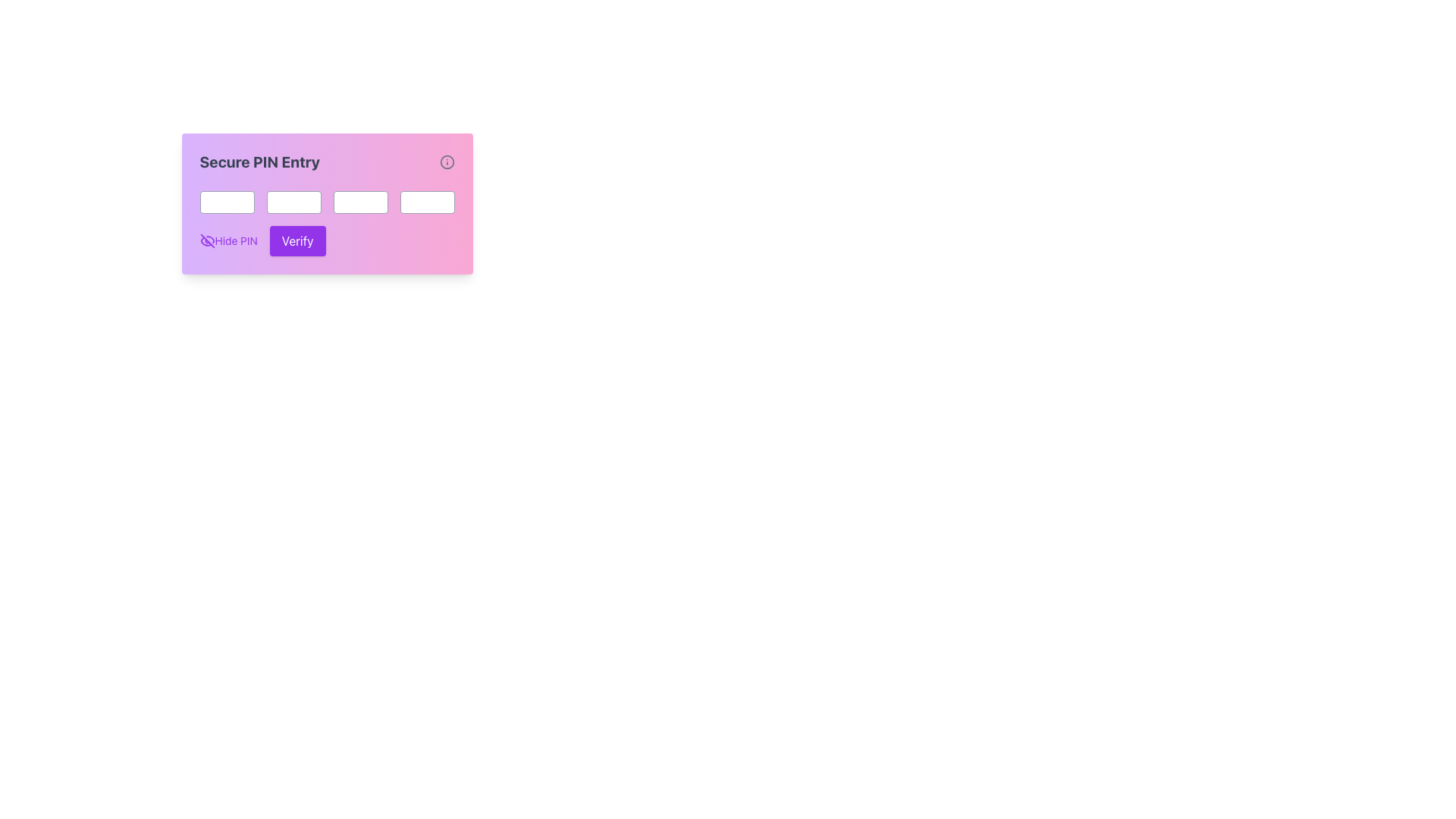 The image size is (1456, 819). I want to click on the verification button located centrally below the PIN entry boxes, so click(297, 240).